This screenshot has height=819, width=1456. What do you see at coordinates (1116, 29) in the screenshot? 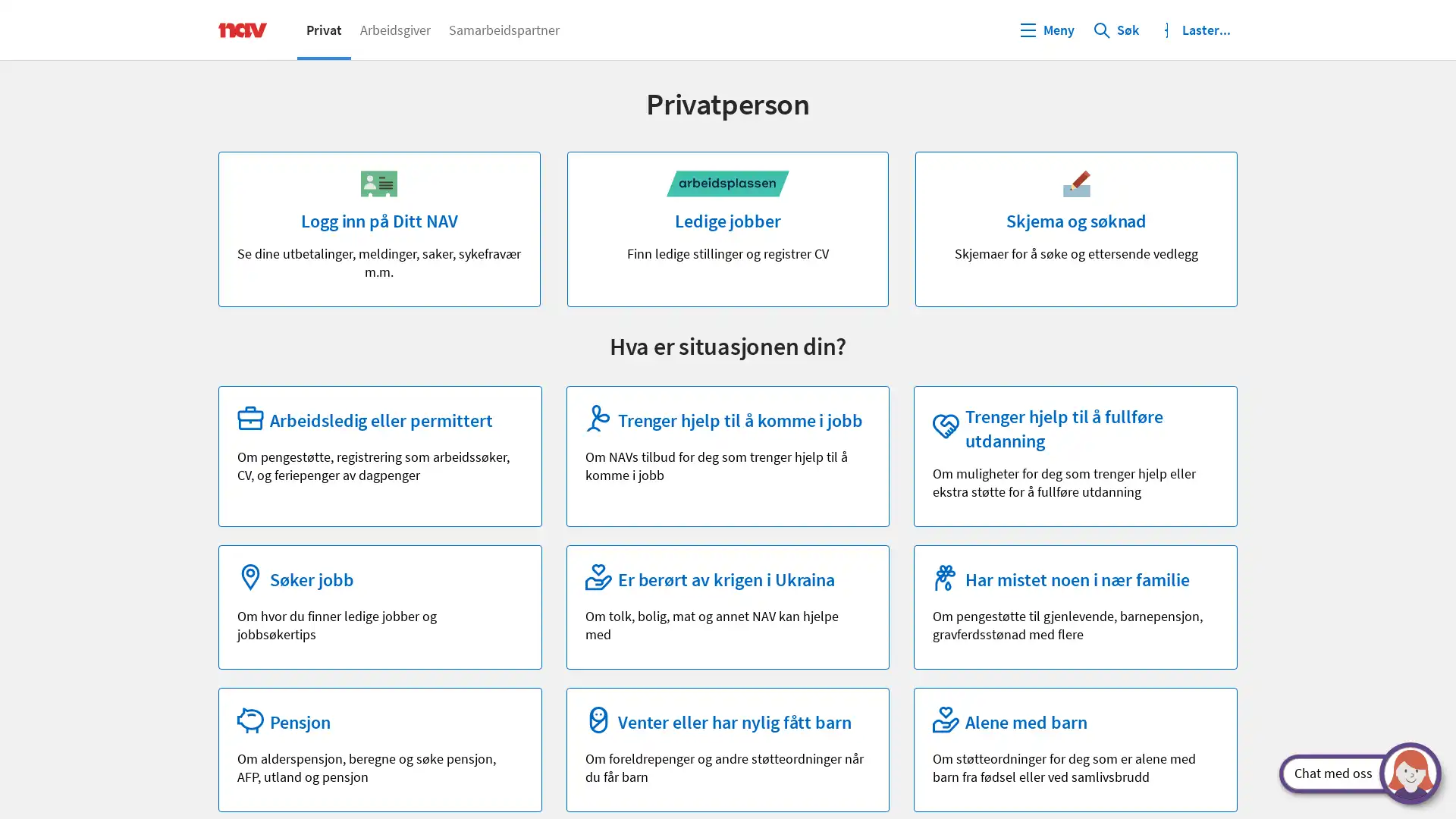
I see `Sk` at bounding box center [1116, 29].